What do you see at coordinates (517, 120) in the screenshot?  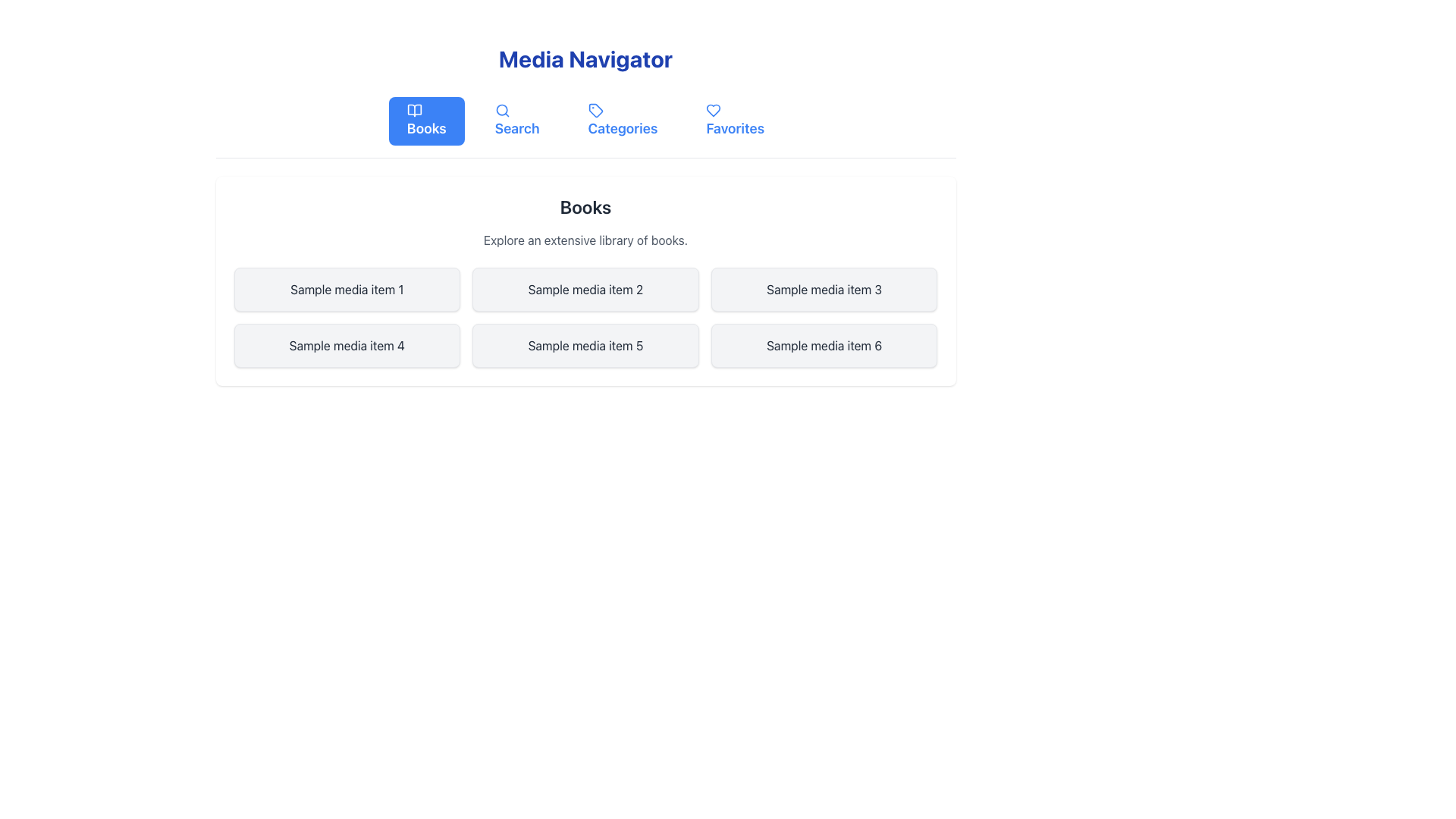 I see `the 'Search' button located in the navigation menu, which is styled in blue with a magnifying glass icon to its left` at bounding box center [517, 120].